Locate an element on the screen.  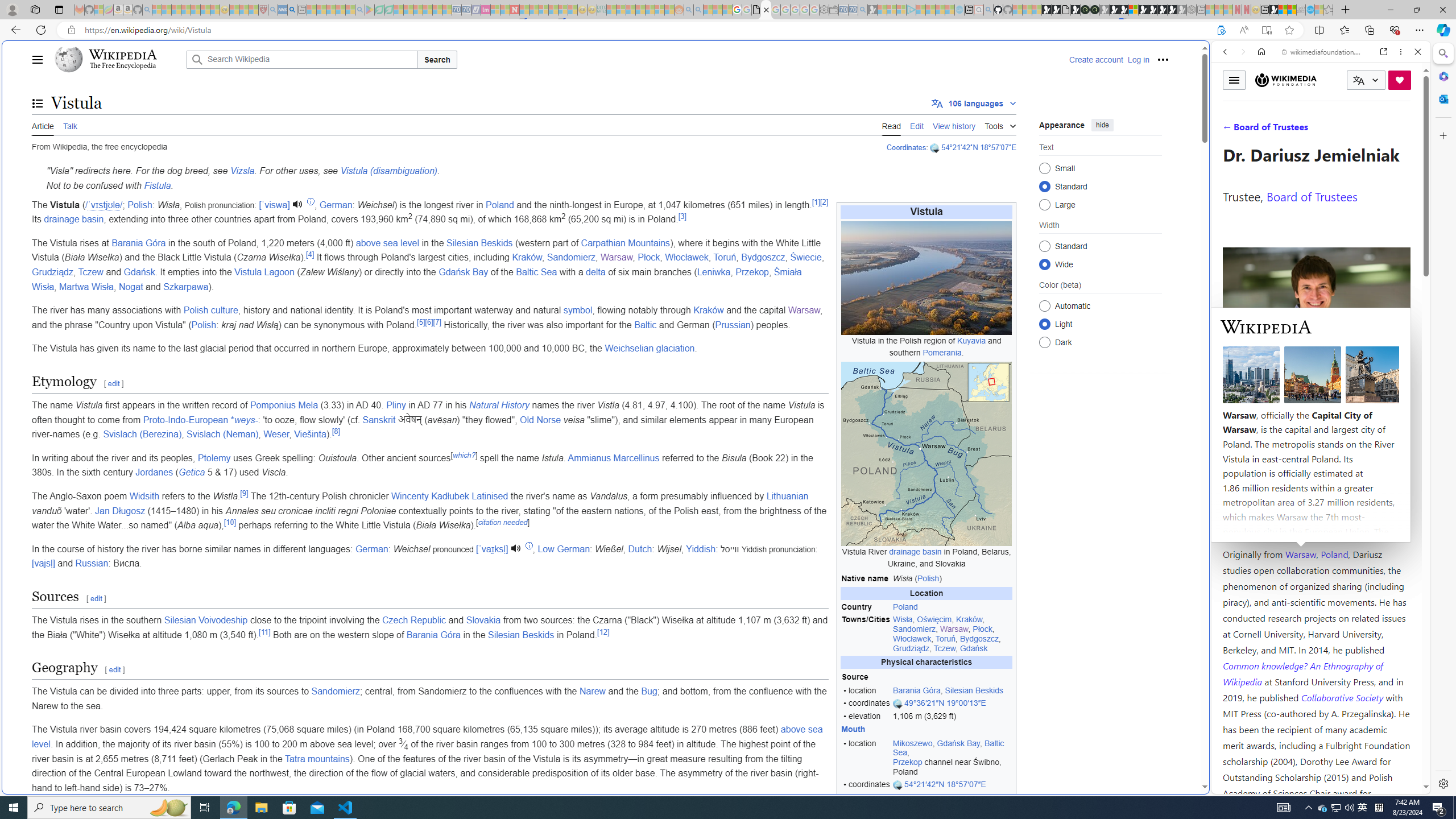
'Wikimedia Foundation' is located at coordinates (1286, 79).